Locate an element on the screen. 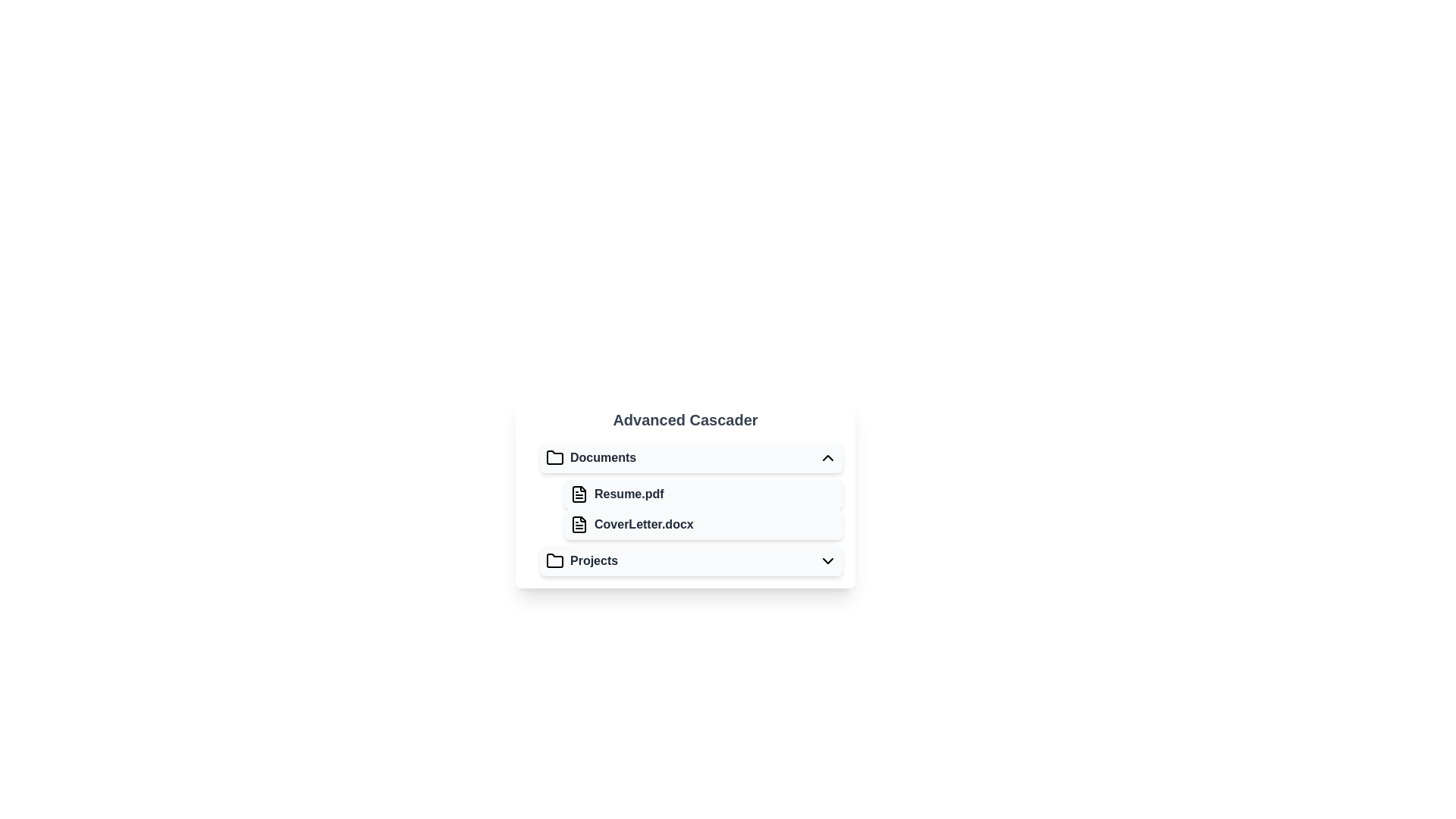 The image size is (1456, 819). the 'CoverLetter.docx' file representation in the file browser is located at coordinates (632, 523).